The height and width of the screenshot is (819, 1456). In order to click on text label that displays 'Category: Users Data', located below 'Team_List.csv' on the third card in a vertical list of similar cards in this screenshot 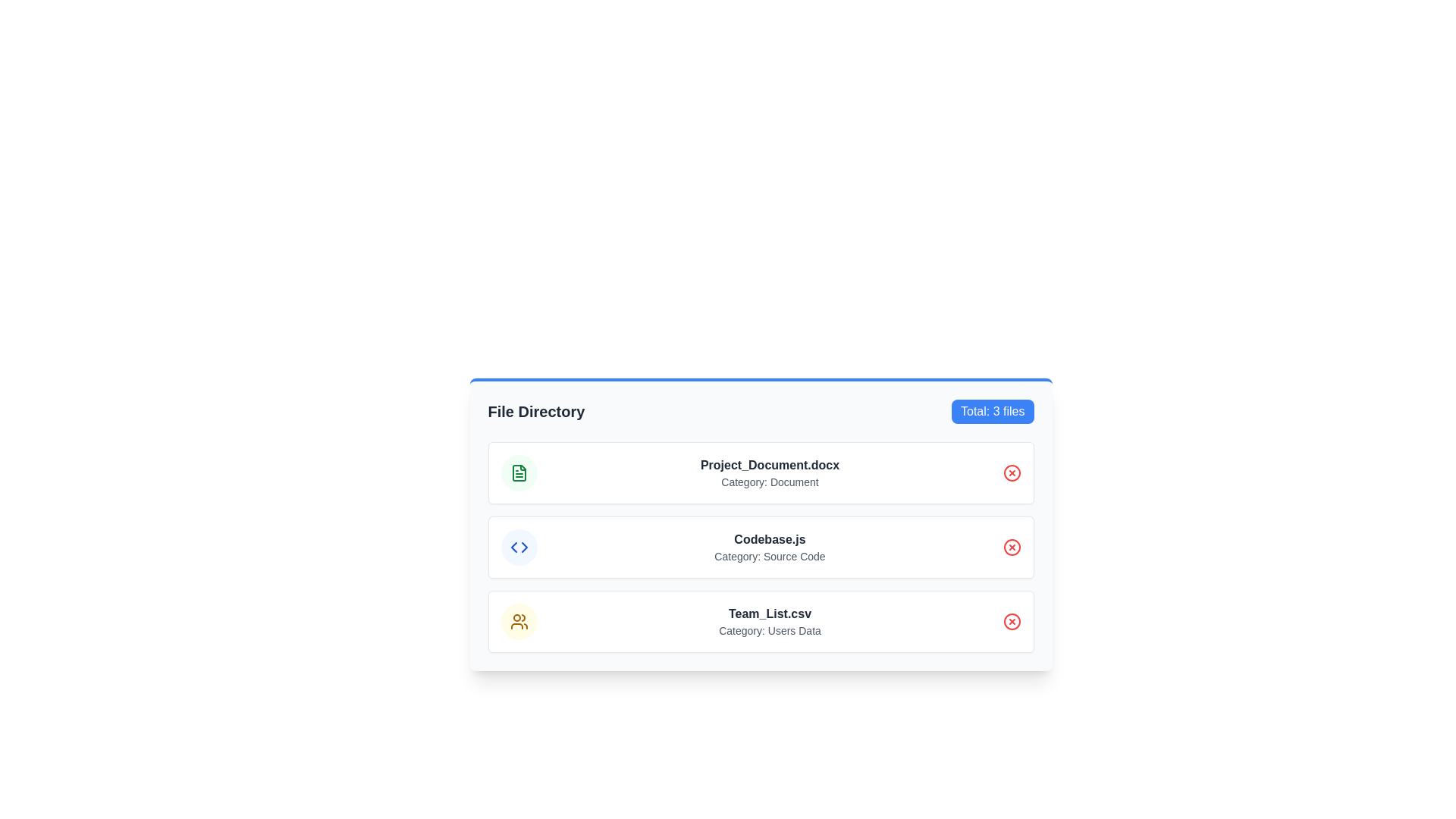, I will do `click(770, 631)`.